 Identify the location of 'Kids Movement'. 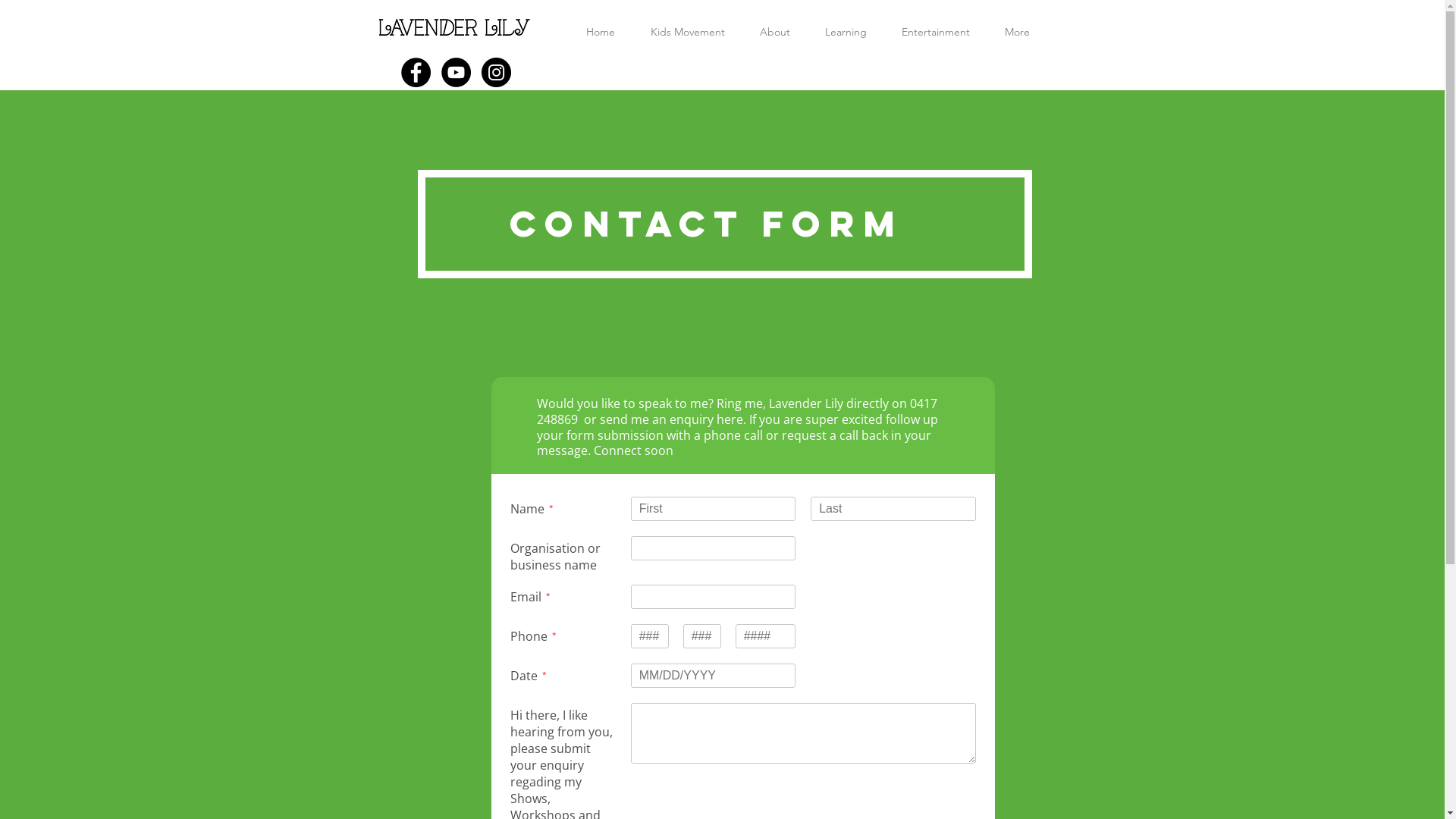
(686, 32).